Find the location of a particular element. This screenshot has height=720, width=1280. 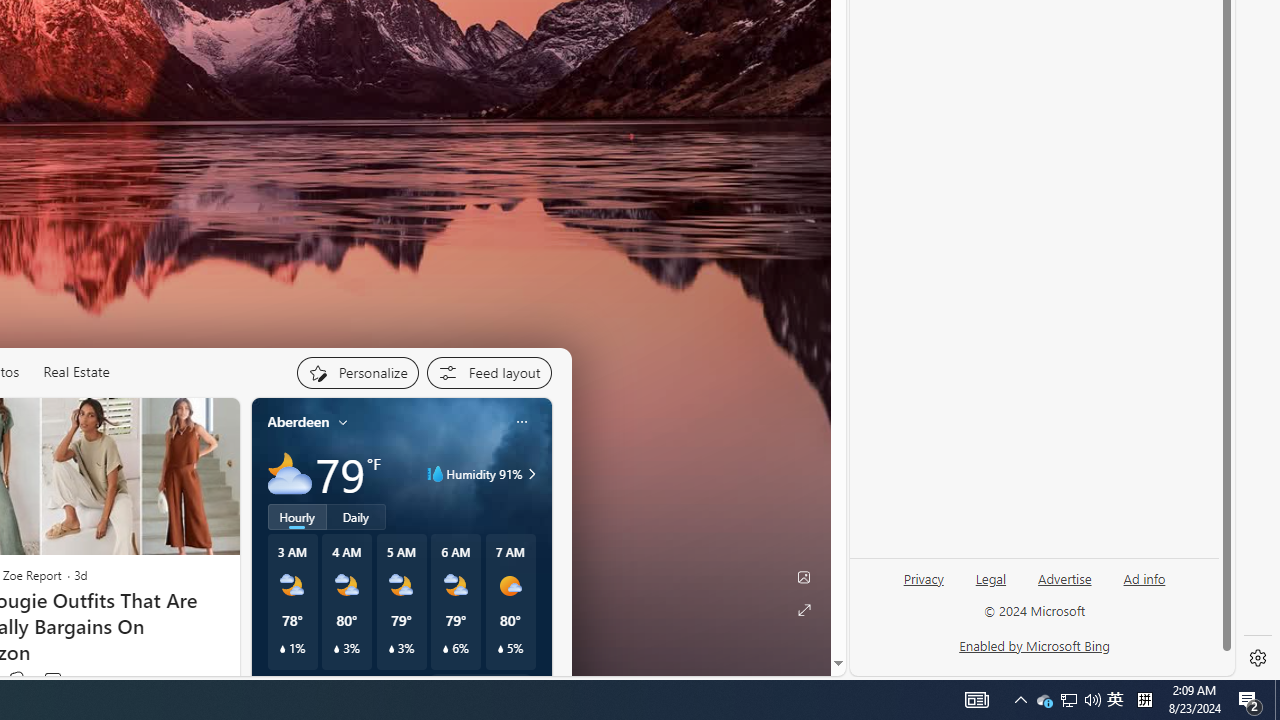

'My location' is located at coordinates (343, 420).